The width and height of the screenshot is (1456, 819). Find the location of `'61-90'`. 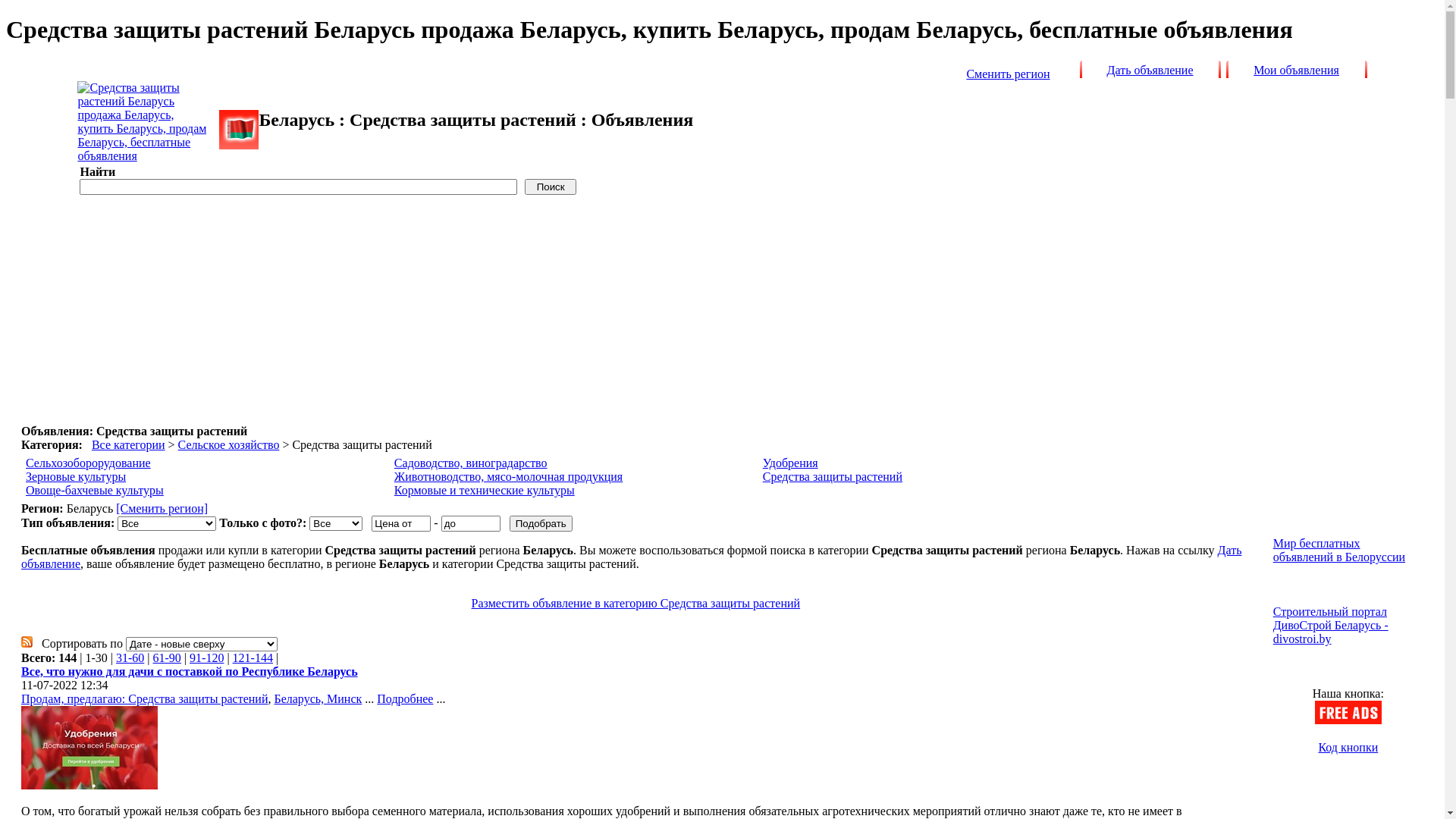

'61-90' is located at coordinates (167, 657).